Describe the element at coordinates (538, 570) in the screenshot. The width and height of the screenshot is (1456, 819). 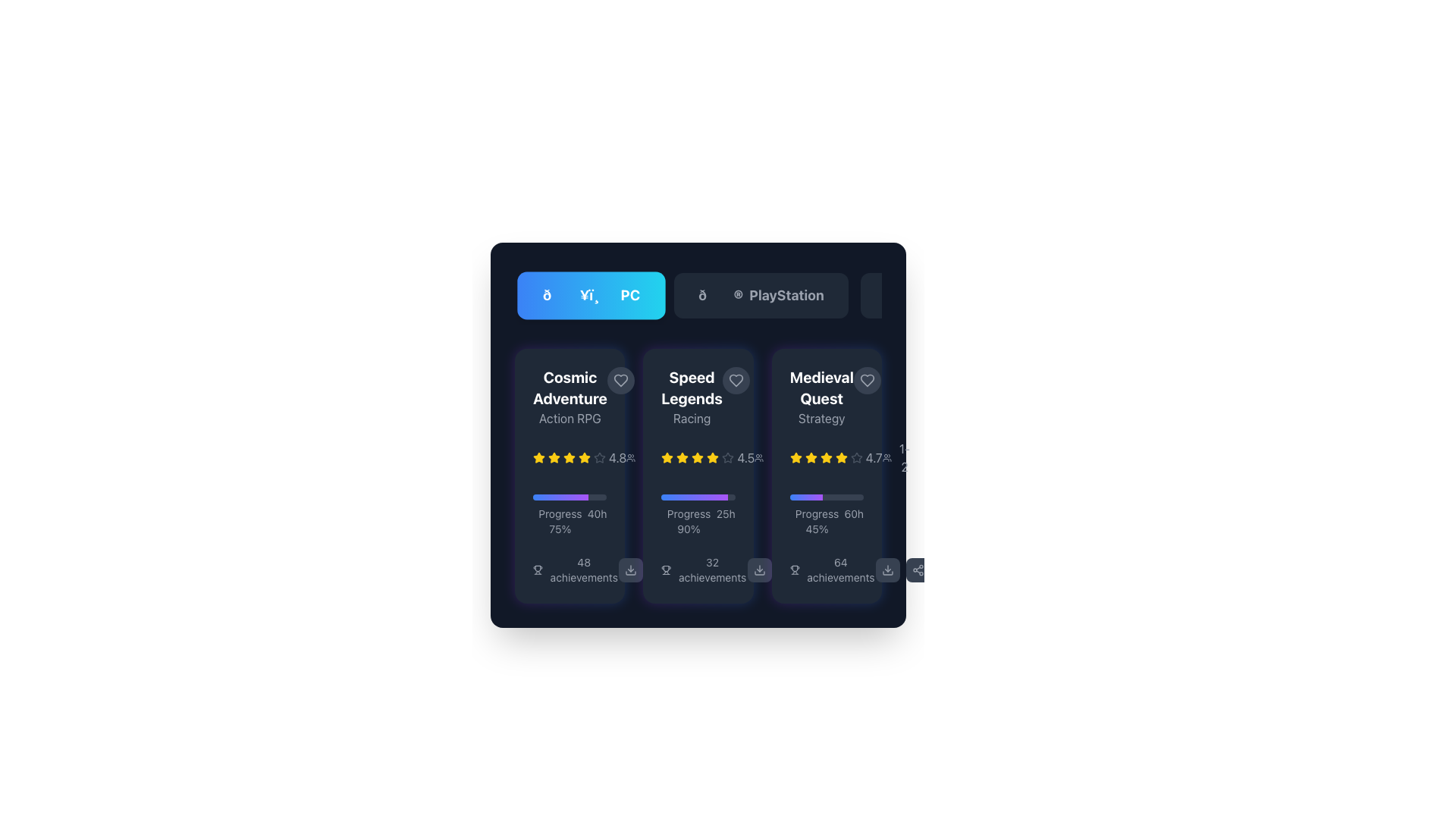
I see `the achievement indicator icon located on the leftmost card in the lower section of the interface, positioned at the top-left corner of the text stating '48 achievements'` at that location.